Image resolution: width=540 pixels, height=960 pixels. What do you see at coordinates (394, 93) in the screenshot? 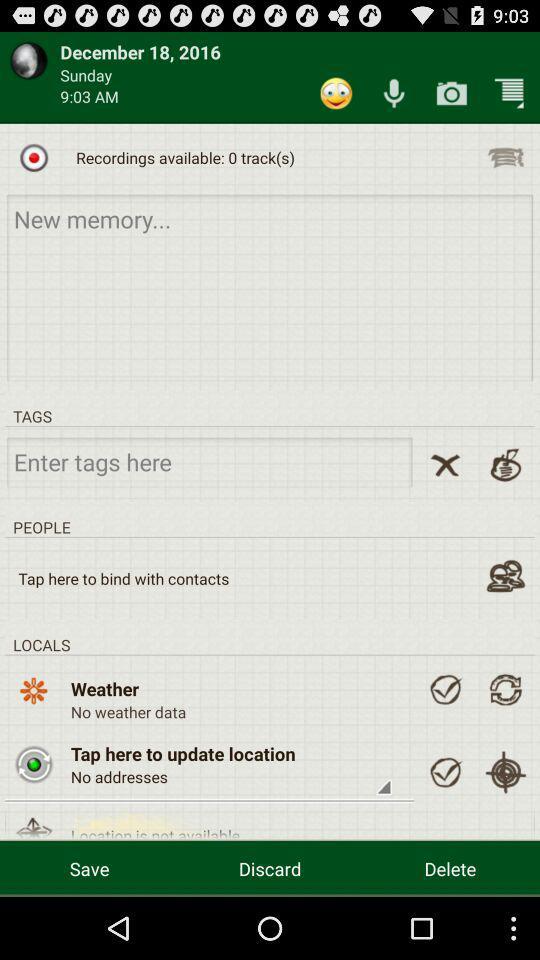
I see `mike option turned on` at bounding box center [394, 93].